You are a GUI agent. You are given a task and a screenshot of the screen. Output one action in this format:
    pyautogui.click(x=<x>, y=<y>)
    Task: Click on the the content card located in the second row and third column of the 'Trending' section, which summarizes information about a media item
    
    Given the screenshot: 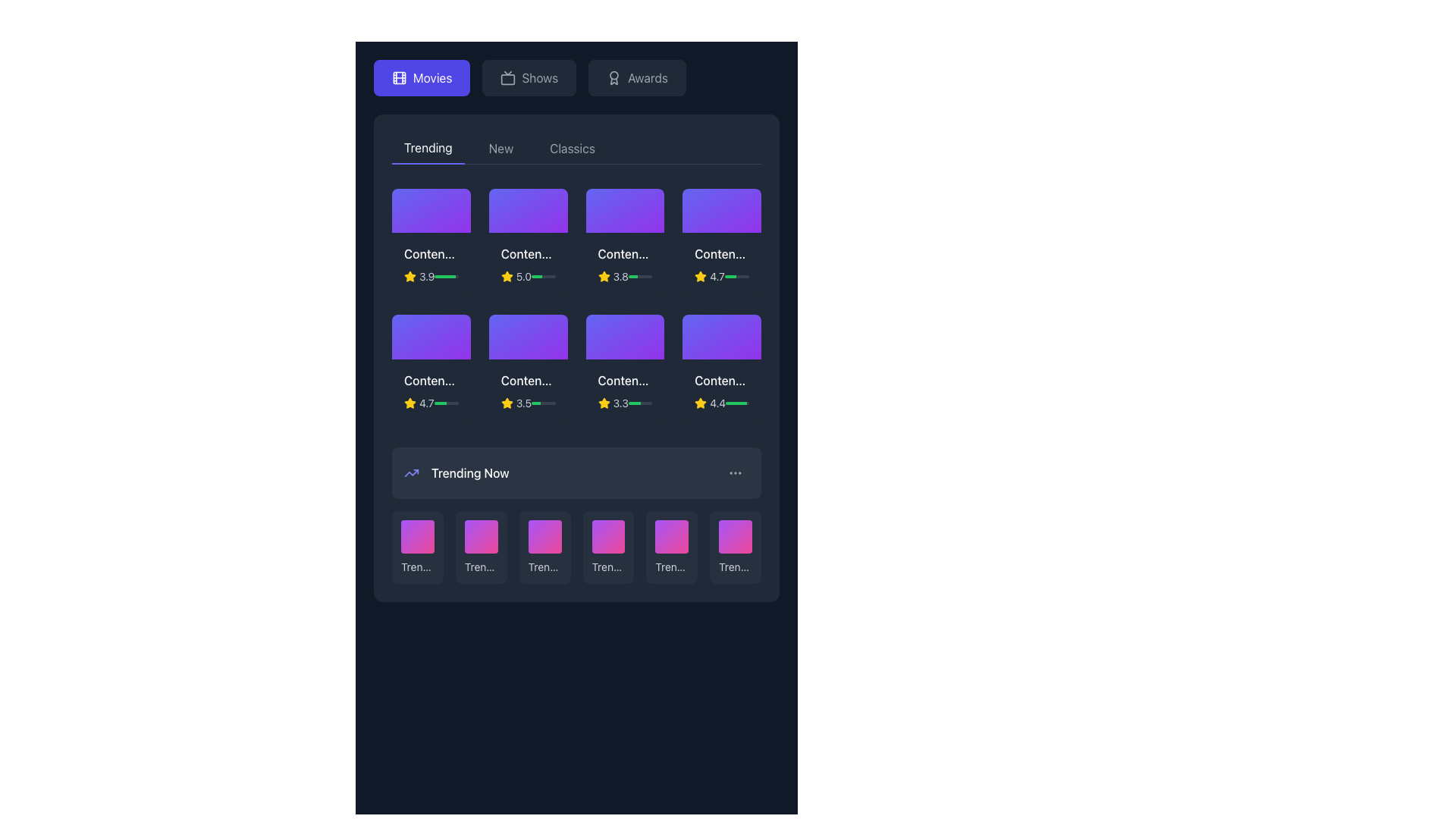 What is the action you would take?
    pyautogui.click(x=528, y=369)
    